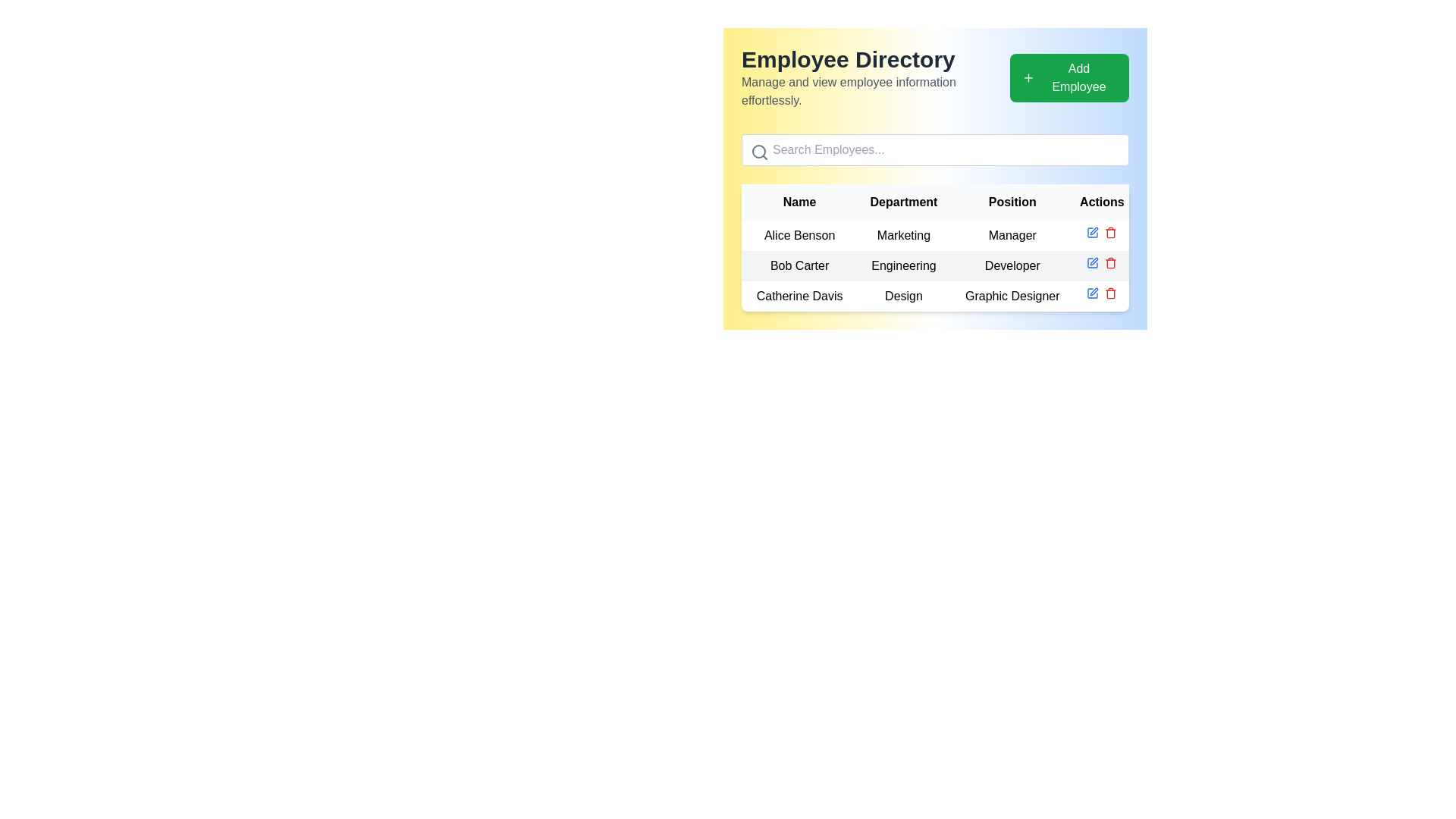 The image size is (1456, 819). I want to click on the button that allows the user to add a new employee to the directory, located to the right of the 'Employee Directory' title as the last element in the row, so click(1068, 78).